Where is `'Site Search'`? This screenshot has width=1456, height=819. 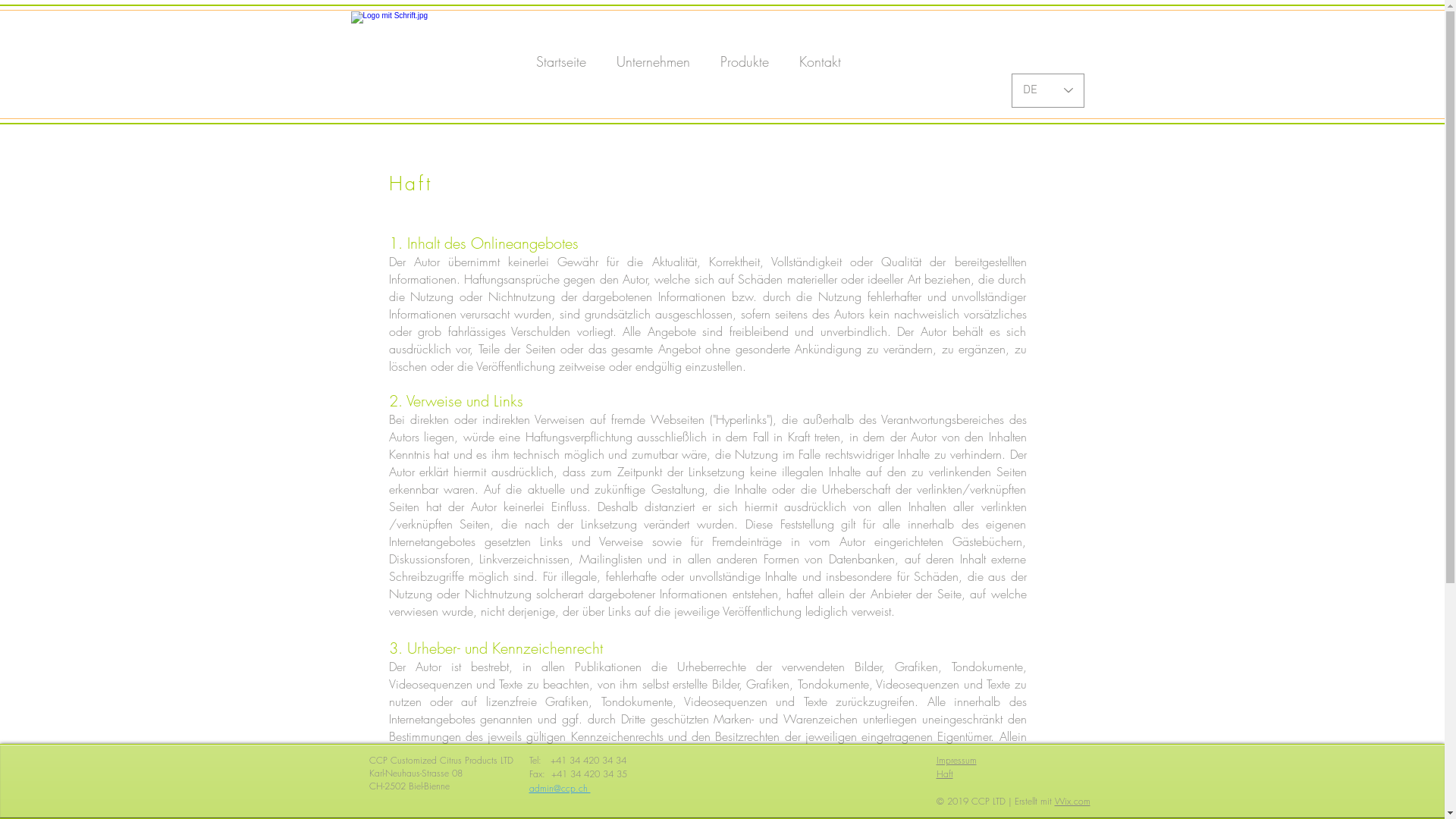 'Site Search' is located at coordinates (934, 62).